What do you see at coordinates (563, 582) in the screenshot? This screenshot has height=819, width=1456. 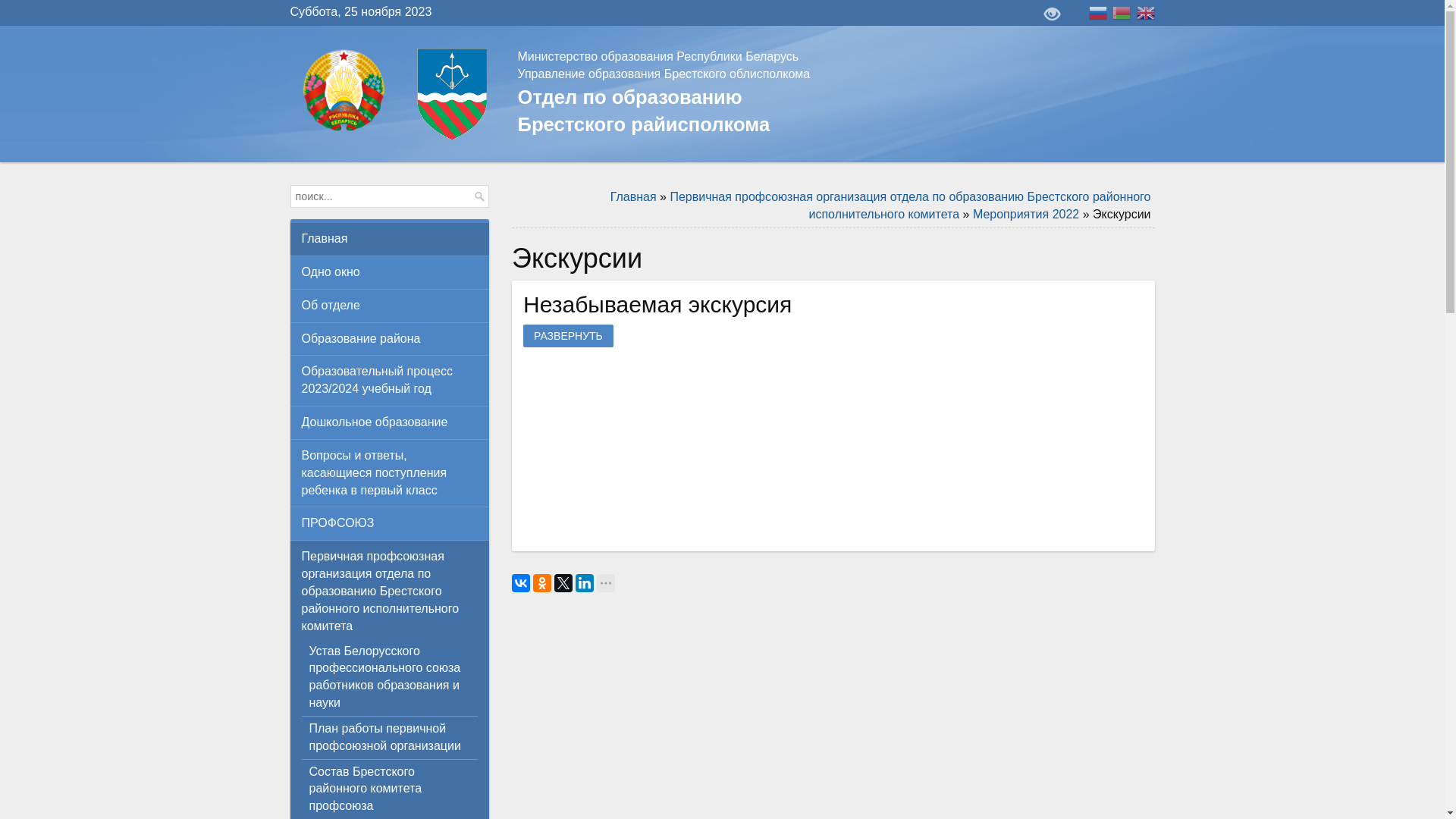 I see `'Twitter'` at bounding box center [563, 582].